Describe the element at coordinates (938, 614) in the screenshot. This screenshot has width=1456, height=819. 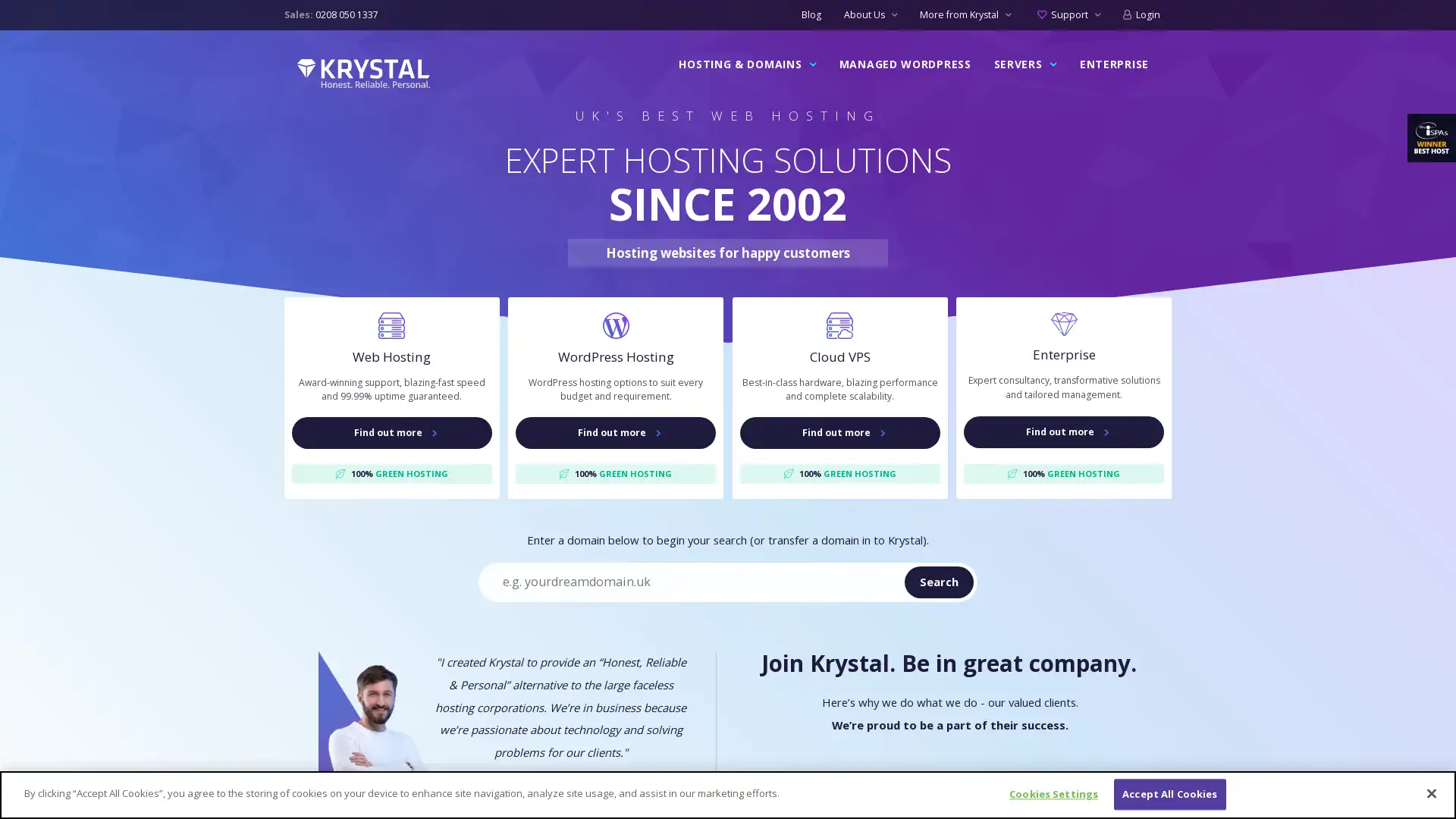
I see `Search` at that location.